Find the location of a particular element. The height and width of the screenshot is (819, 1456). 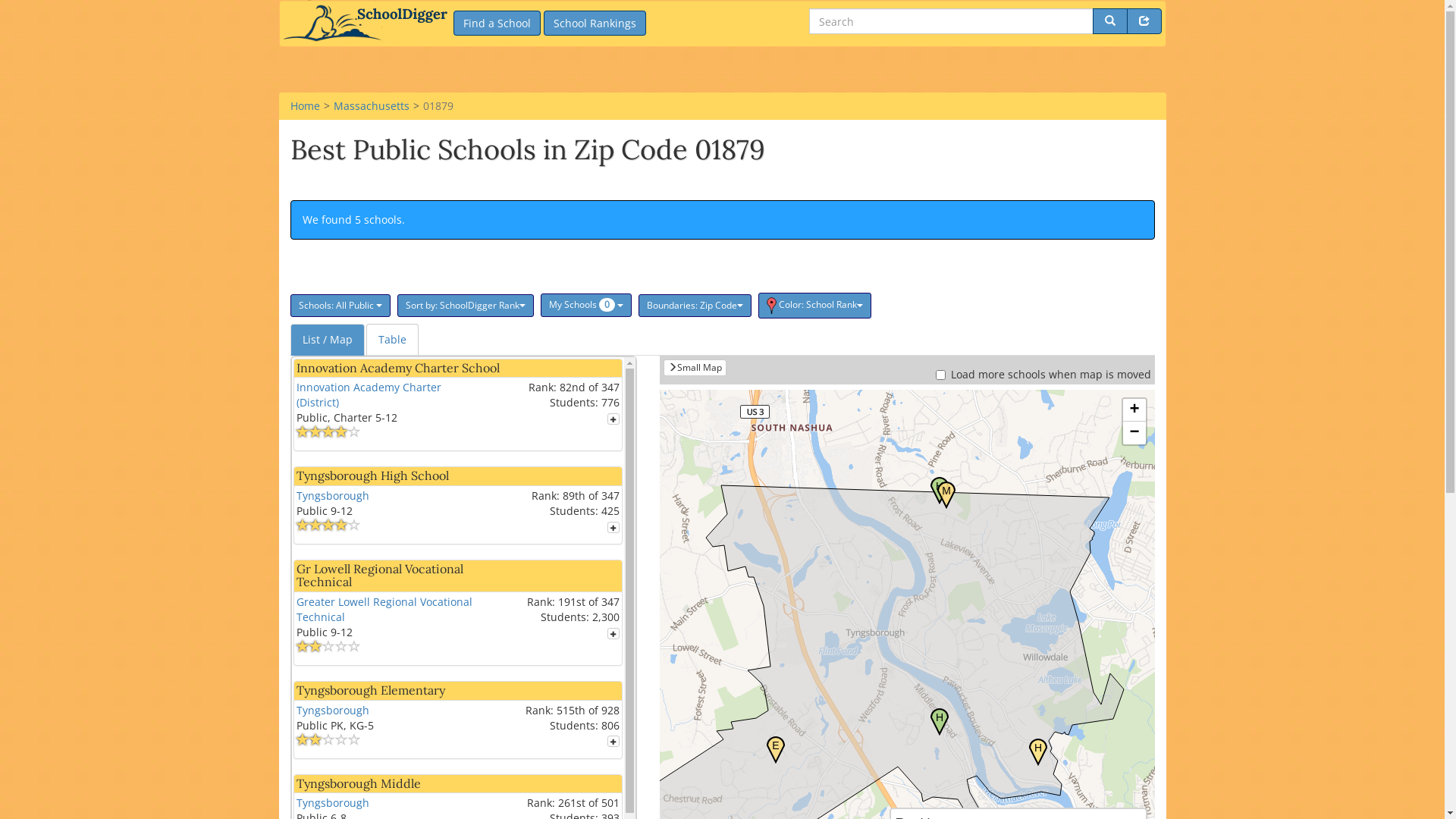

'Tyngsborough High School' is located at coordinates (372, 475).